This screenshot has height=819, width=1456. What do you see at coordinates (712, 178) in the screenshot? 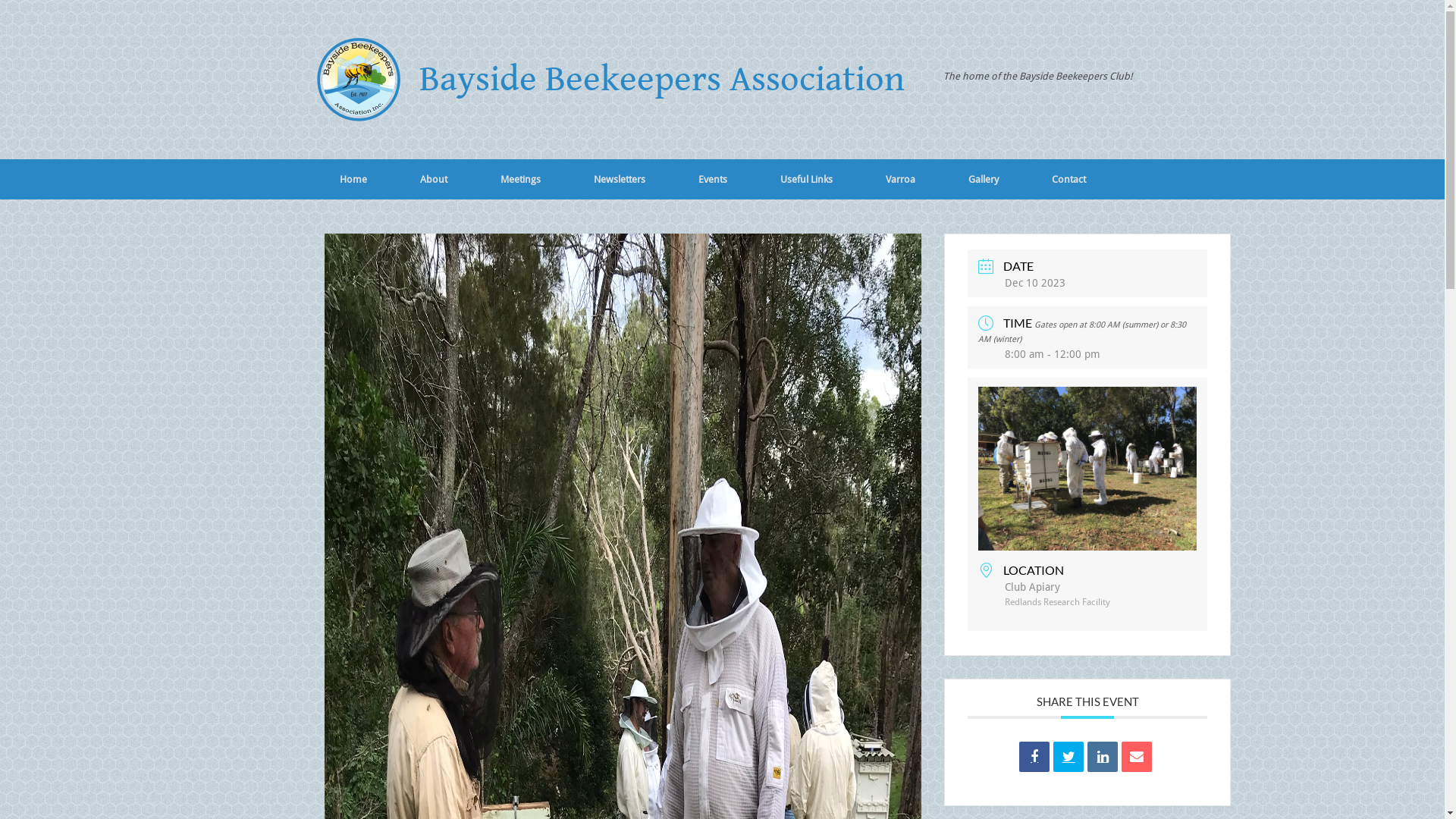
I see `'Events'` at bounding box center [712, 178].